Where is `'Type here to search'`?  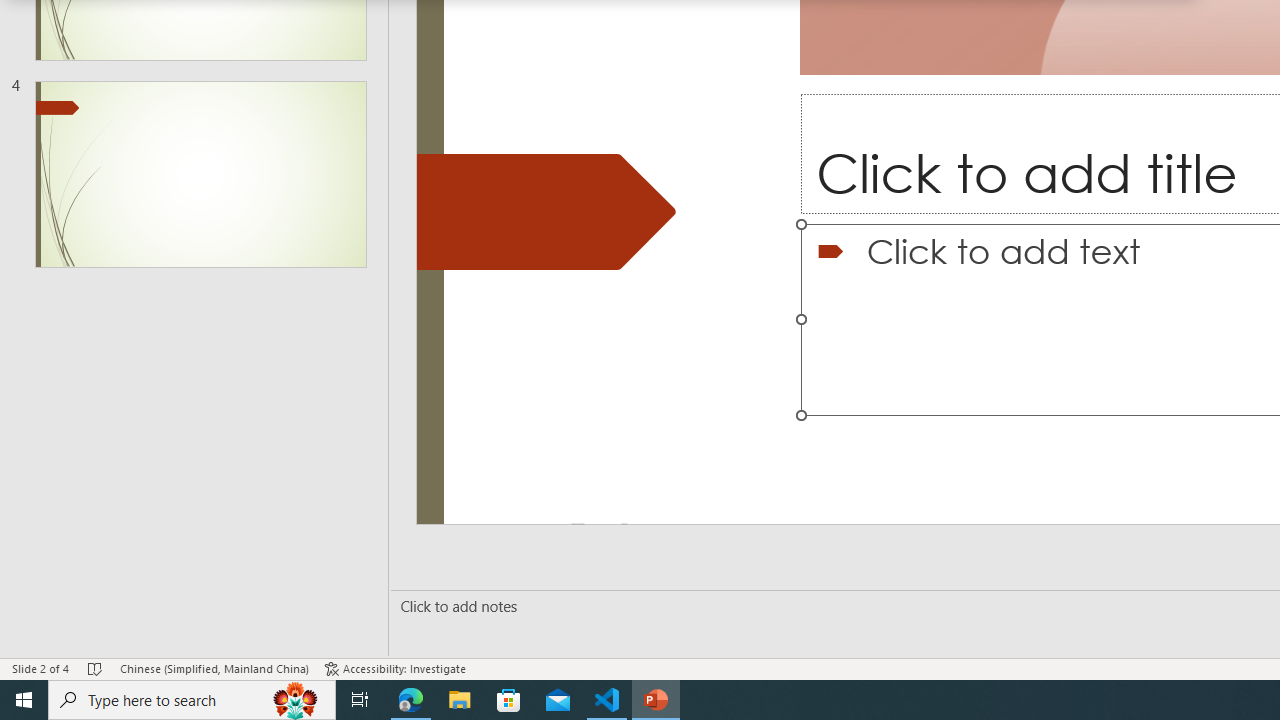 'Type here to search' is located at coordinates (192, 698).